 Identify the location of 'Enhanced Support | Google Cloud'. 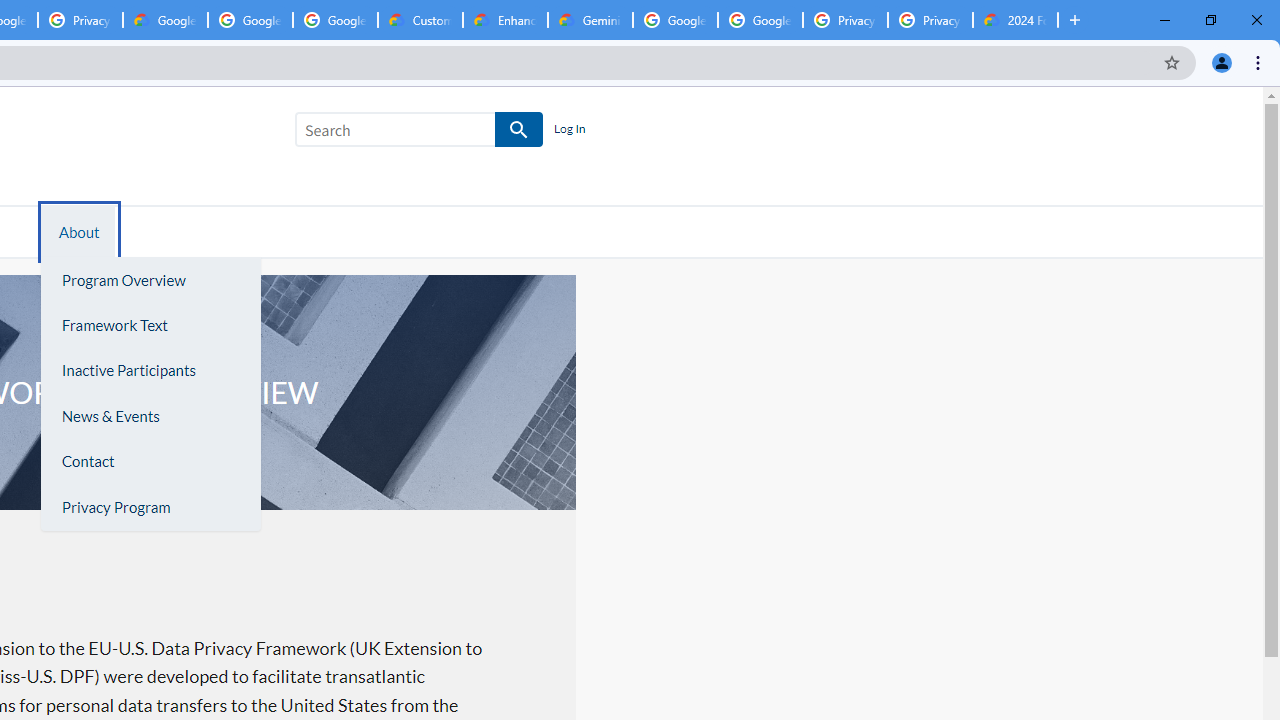
(505, 20).